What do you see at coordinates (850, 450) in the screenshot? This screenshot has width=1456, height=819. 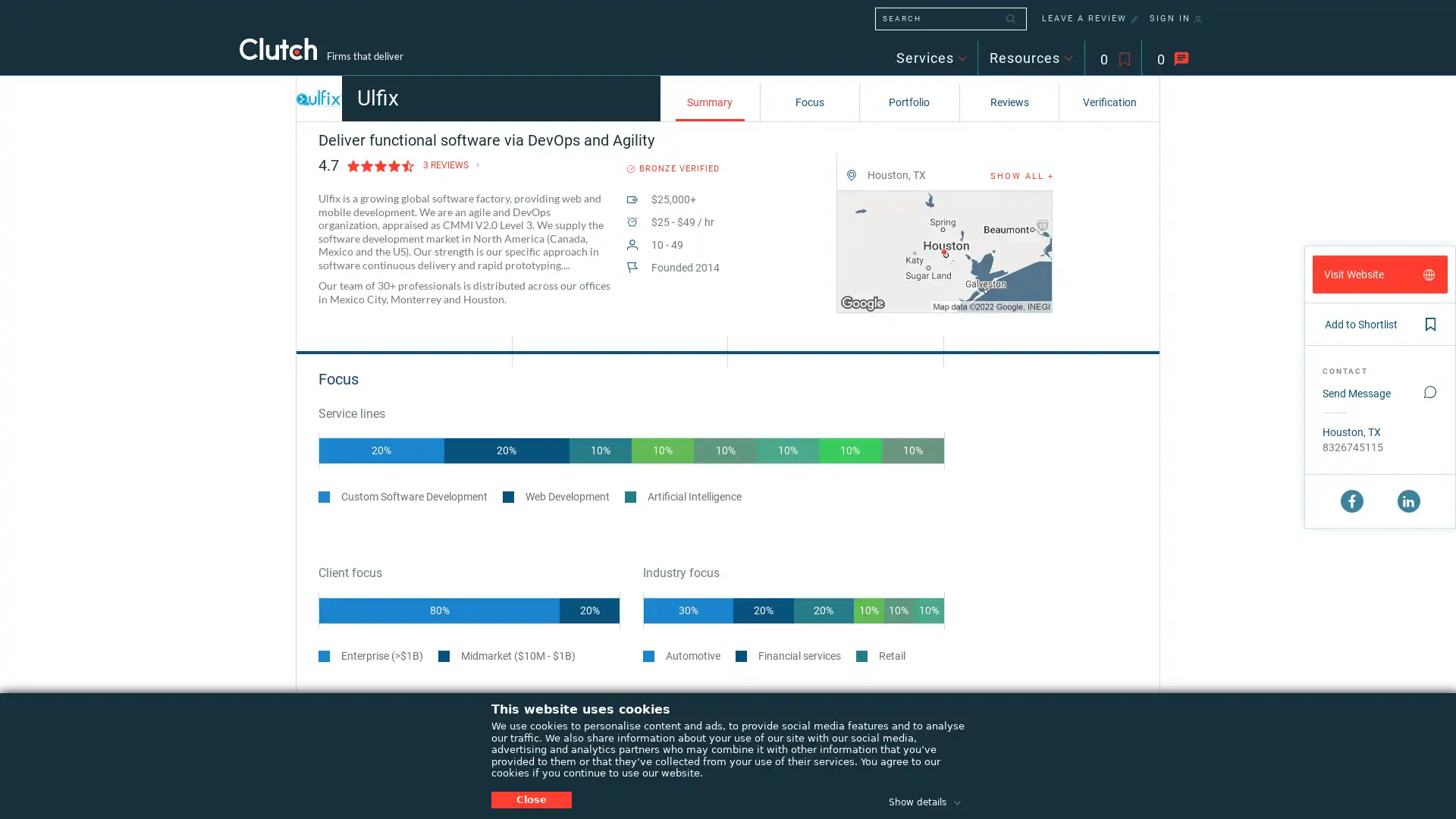 I see `10%` at bounding box center [850, 450].